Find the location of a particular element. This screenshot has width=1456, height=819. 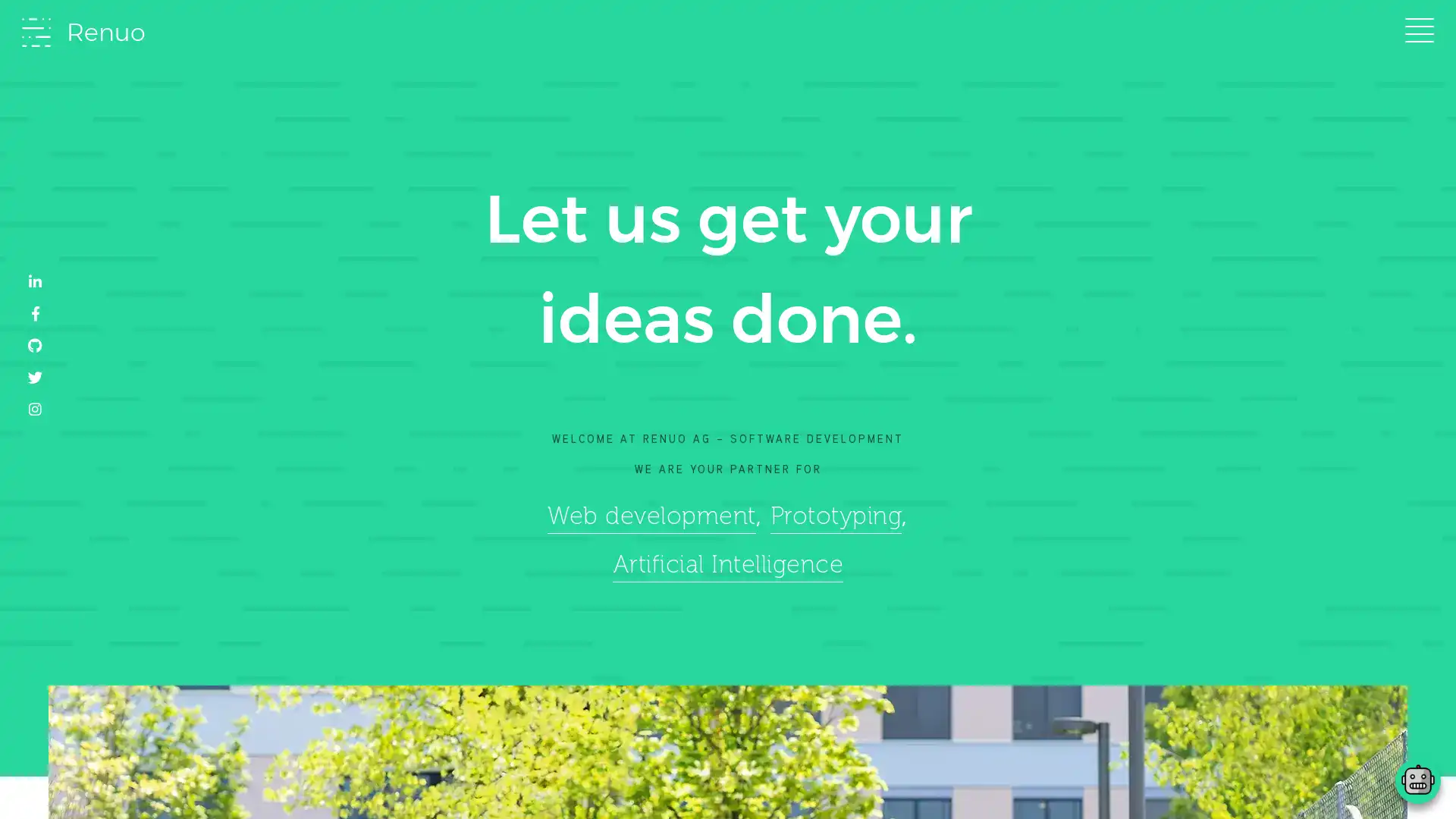

Toggle navigation is located at coordinates (1419, 30).